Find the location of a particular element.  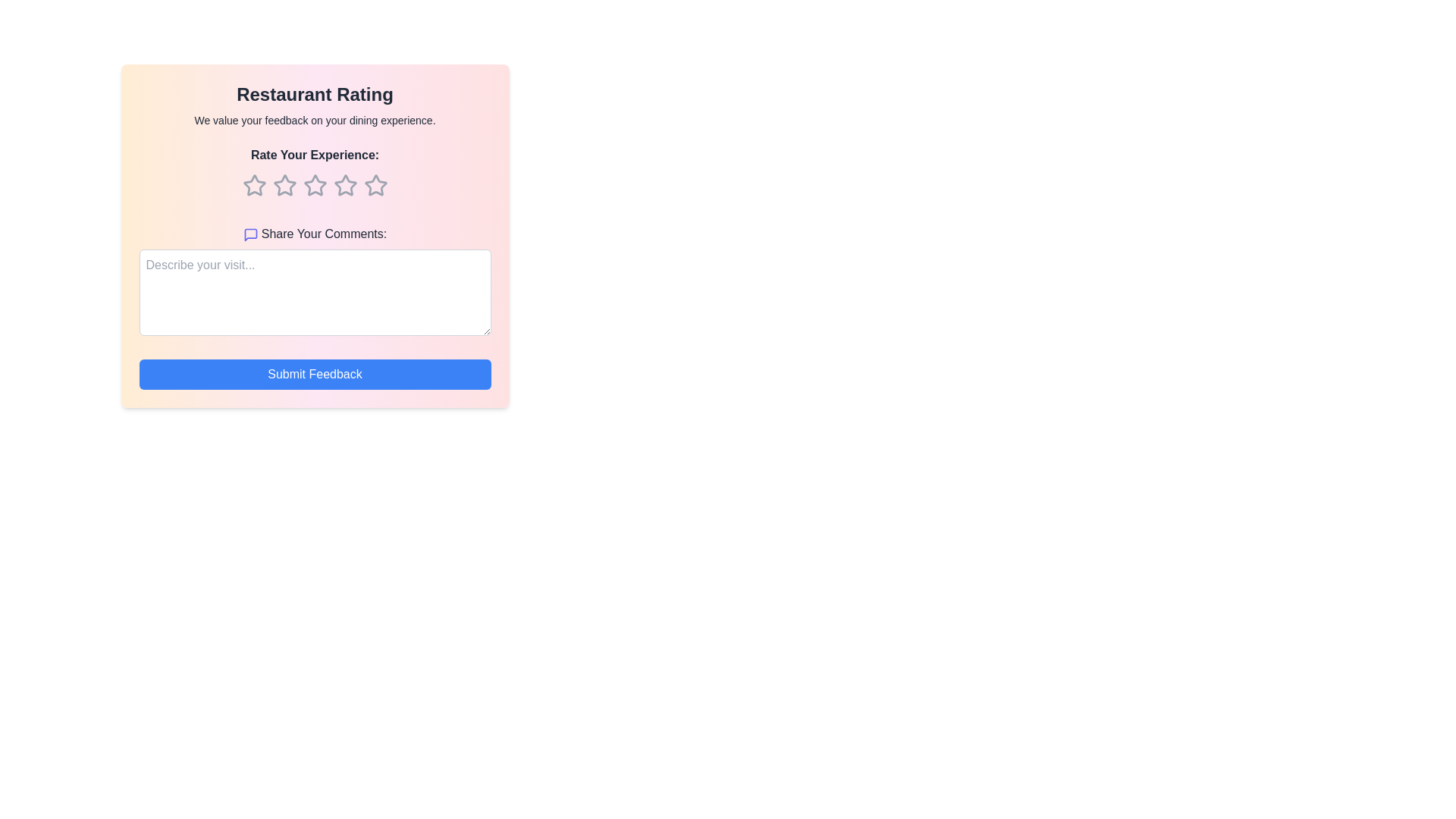

the second star in the horizontal set of rating icons under the title 'Rate Your Experience:' is located at coordinates (284, 185).